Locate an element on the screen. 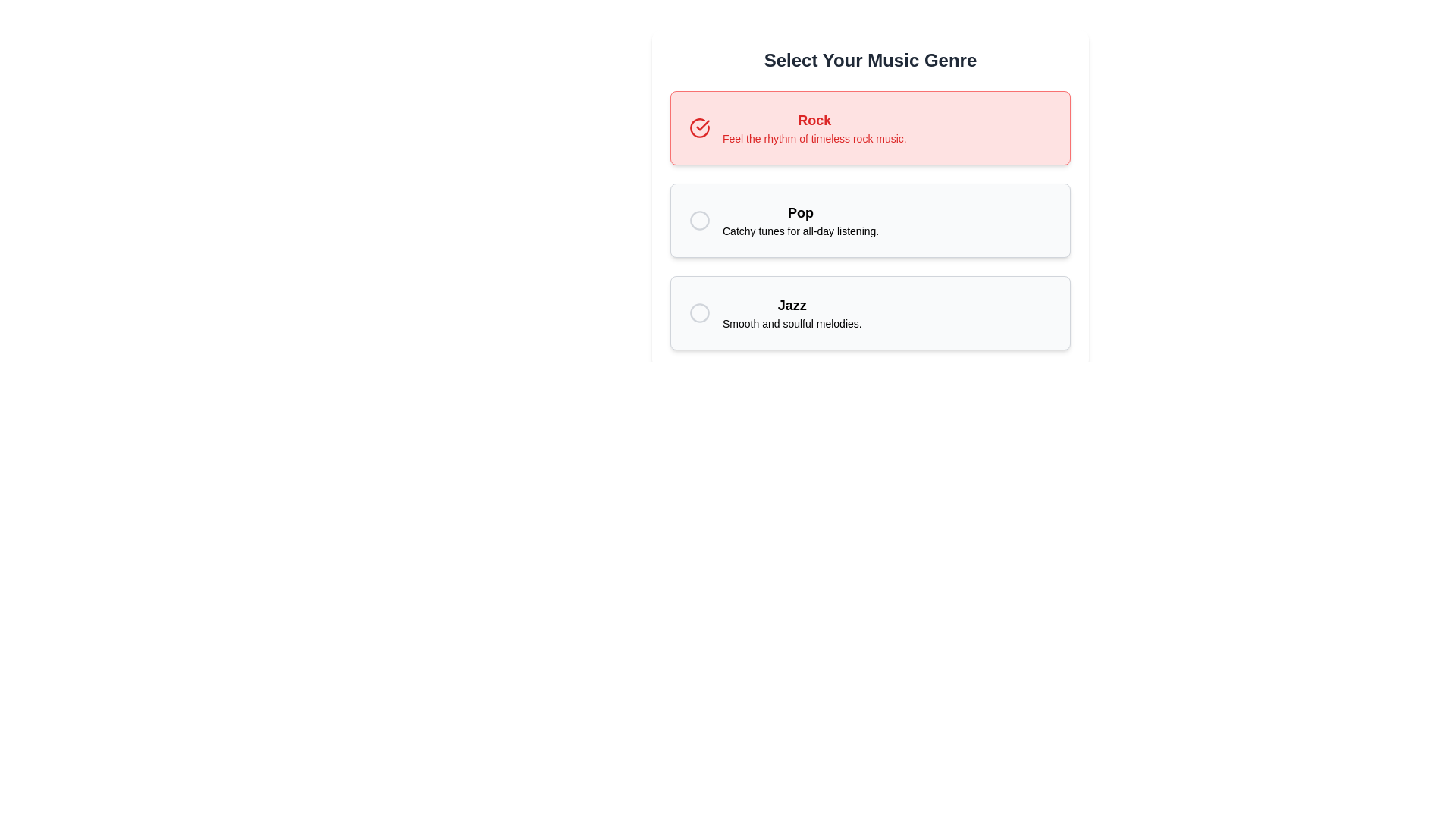 This screenshot has height=819, width=1456. the state of the 'Rock' genre icon located in the highlighted card titled 'Rock' to gather information about its selection status is located at coordinates (698, 127).